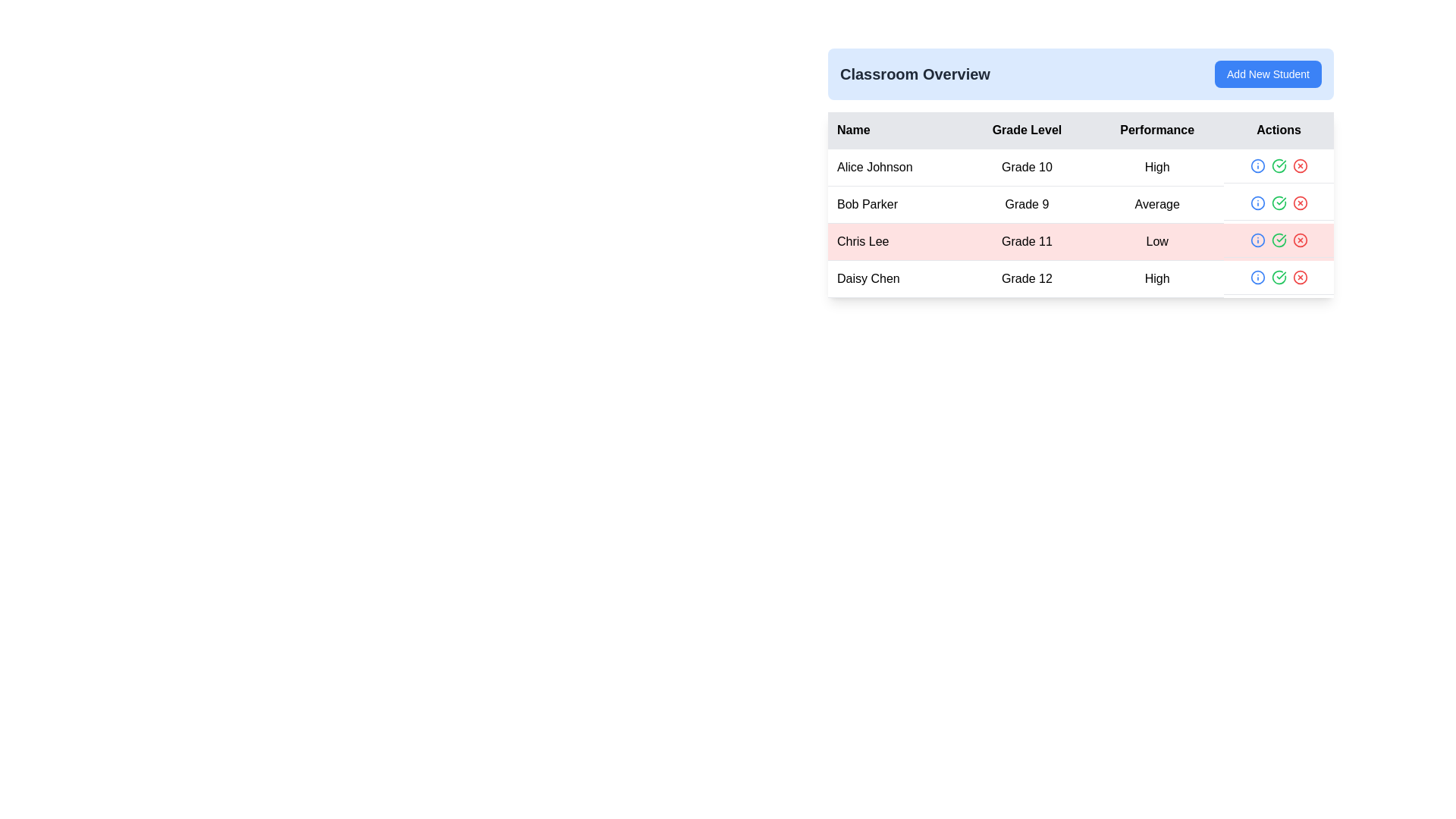 This screenshot has width=1456, height=819. I want to click on the graphic icon in the 'Actions' column to confirm or approve the action related to the row labeled 'Chris Lee', so click(1278, 239).